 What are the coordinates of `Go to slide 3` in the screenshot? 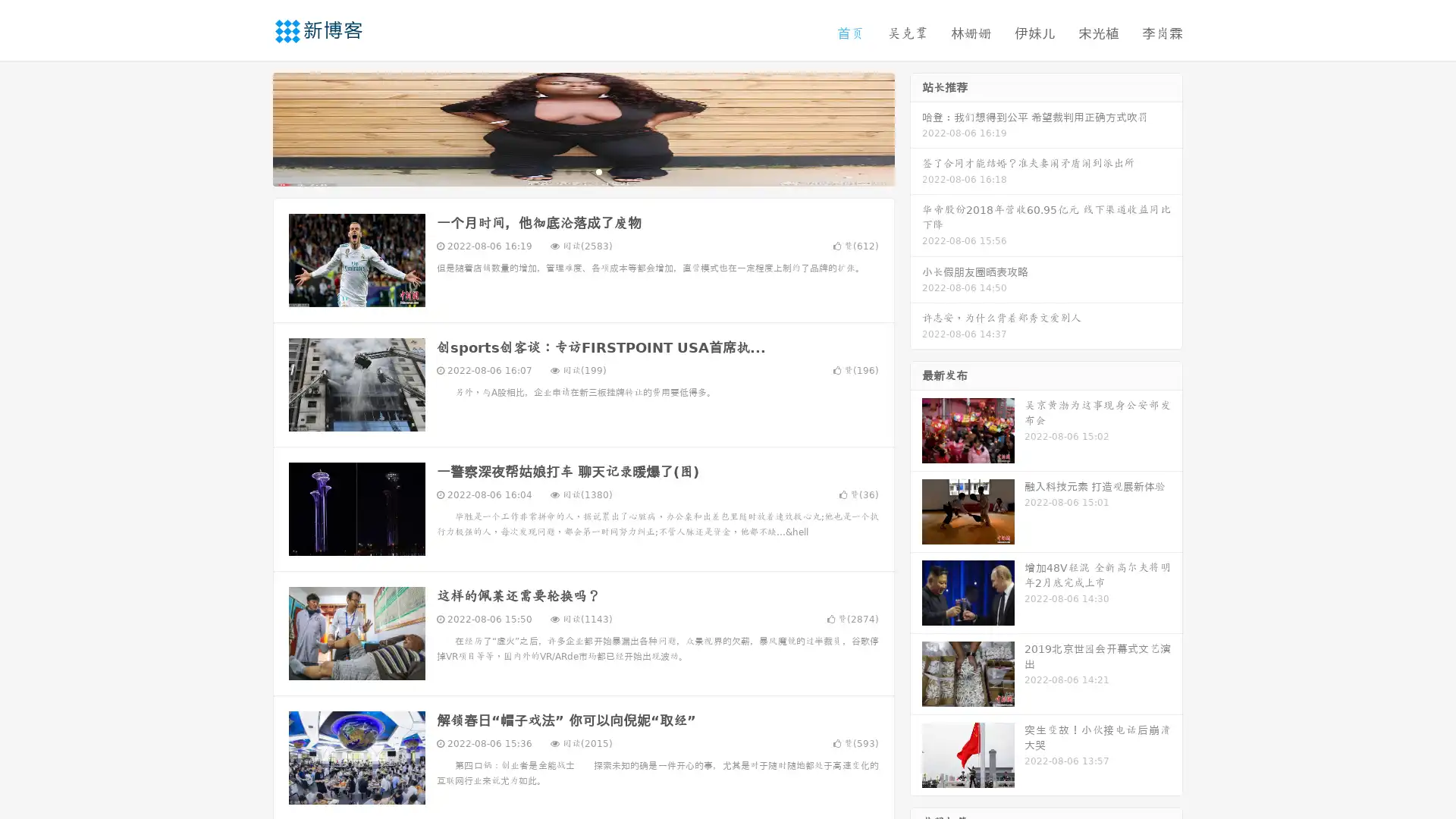 It's located at (598, 171).